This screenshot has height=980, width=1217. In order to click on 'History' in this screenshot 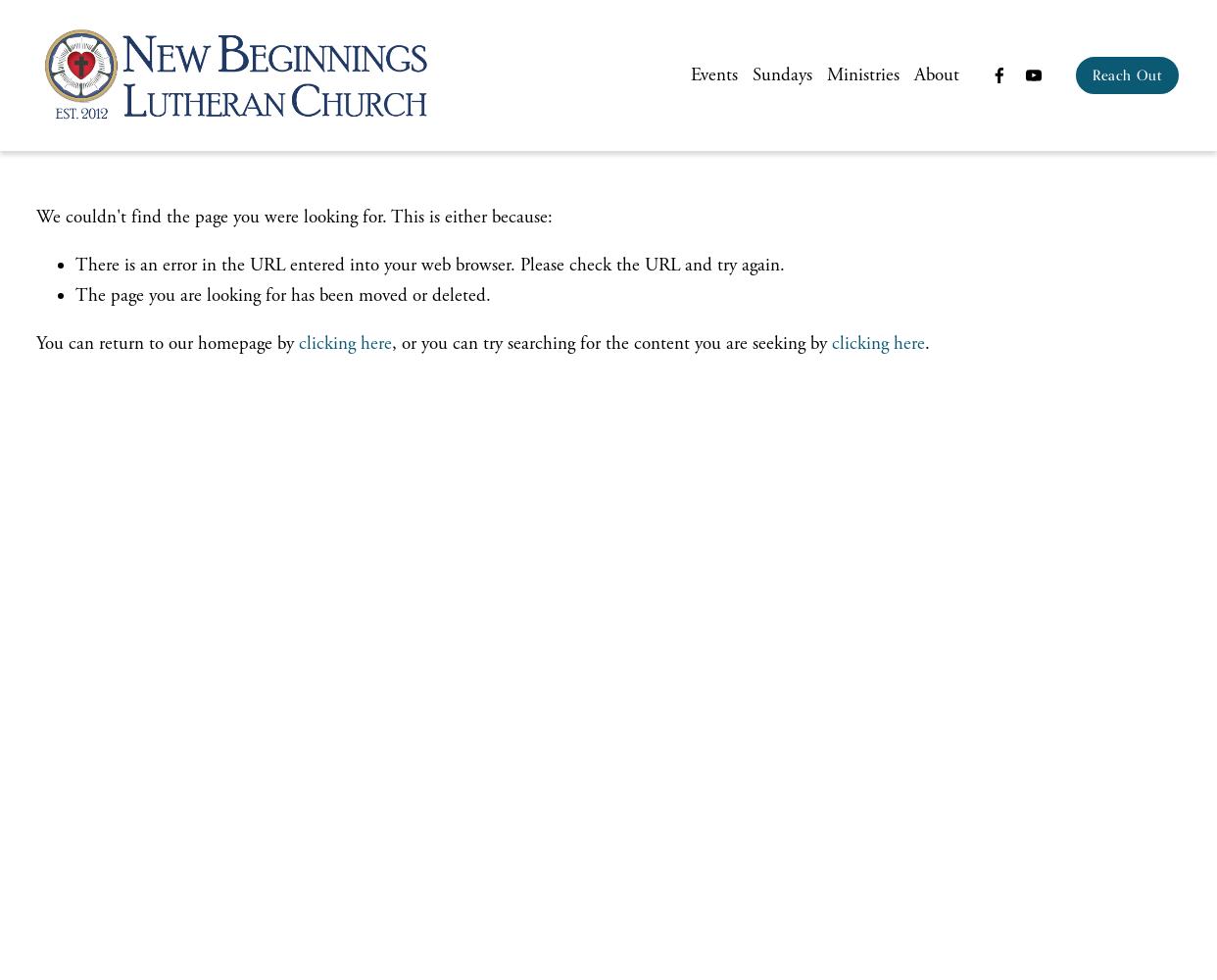, I will do `click(903, 142)`.